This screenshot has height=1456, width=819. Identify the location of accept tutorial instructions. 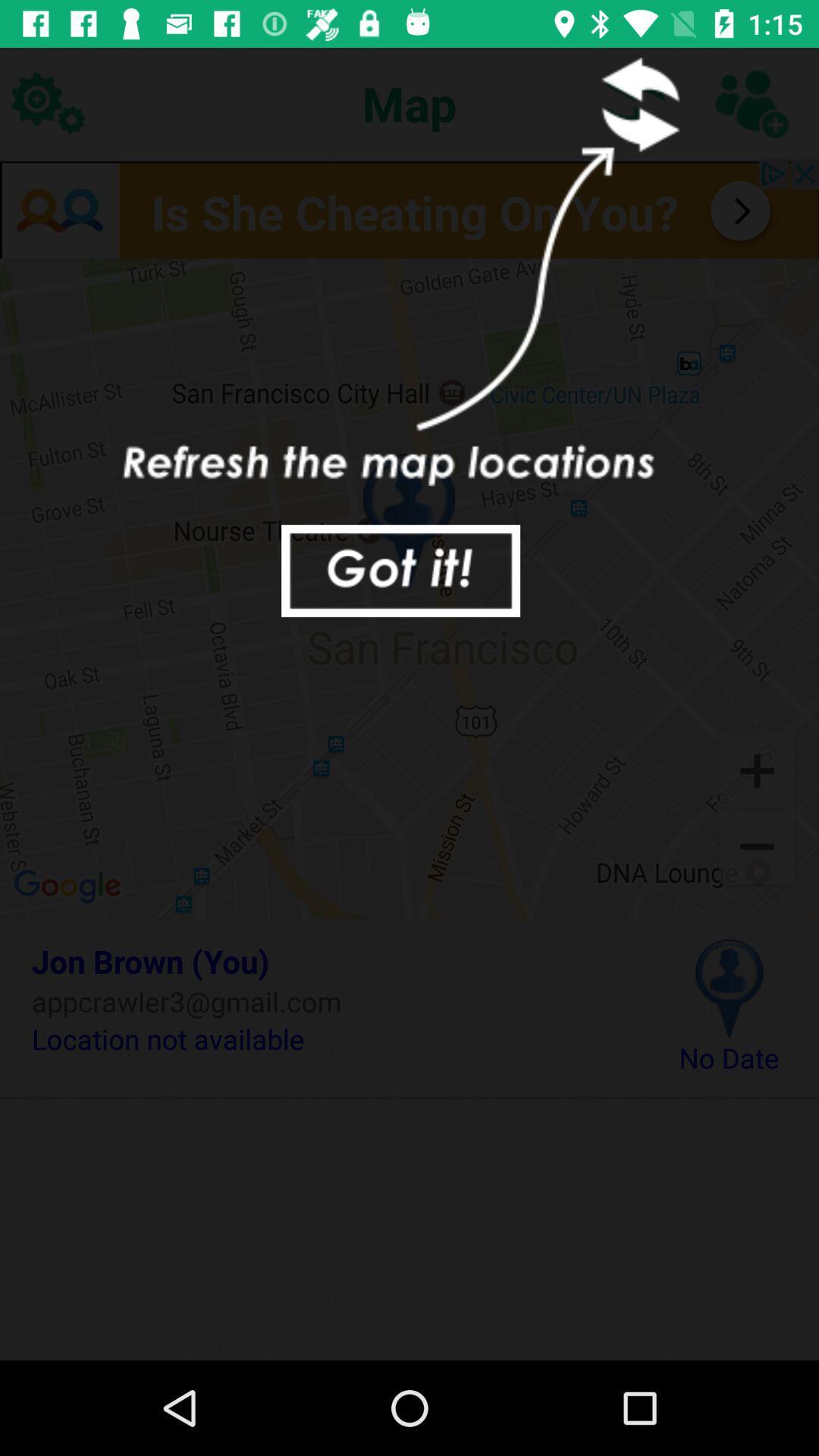
(400, 570).